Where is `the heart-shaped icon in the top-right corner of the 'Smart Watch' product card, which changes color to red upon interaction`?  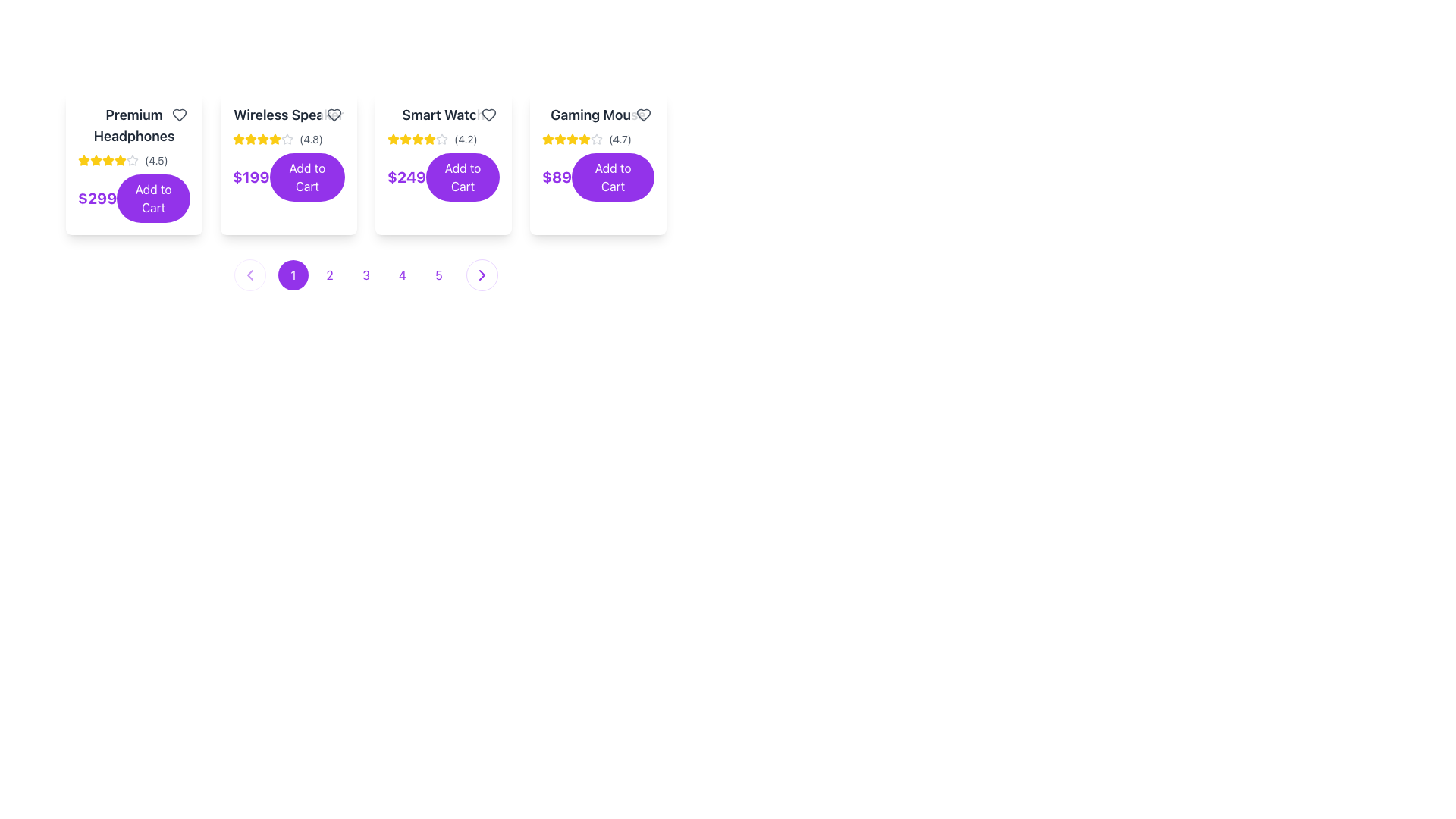
the heart-shaped icon in the top-right corner of the 'Smart Watch' product card, which changes color to red upon interaction is located at coordinates (488, 114).